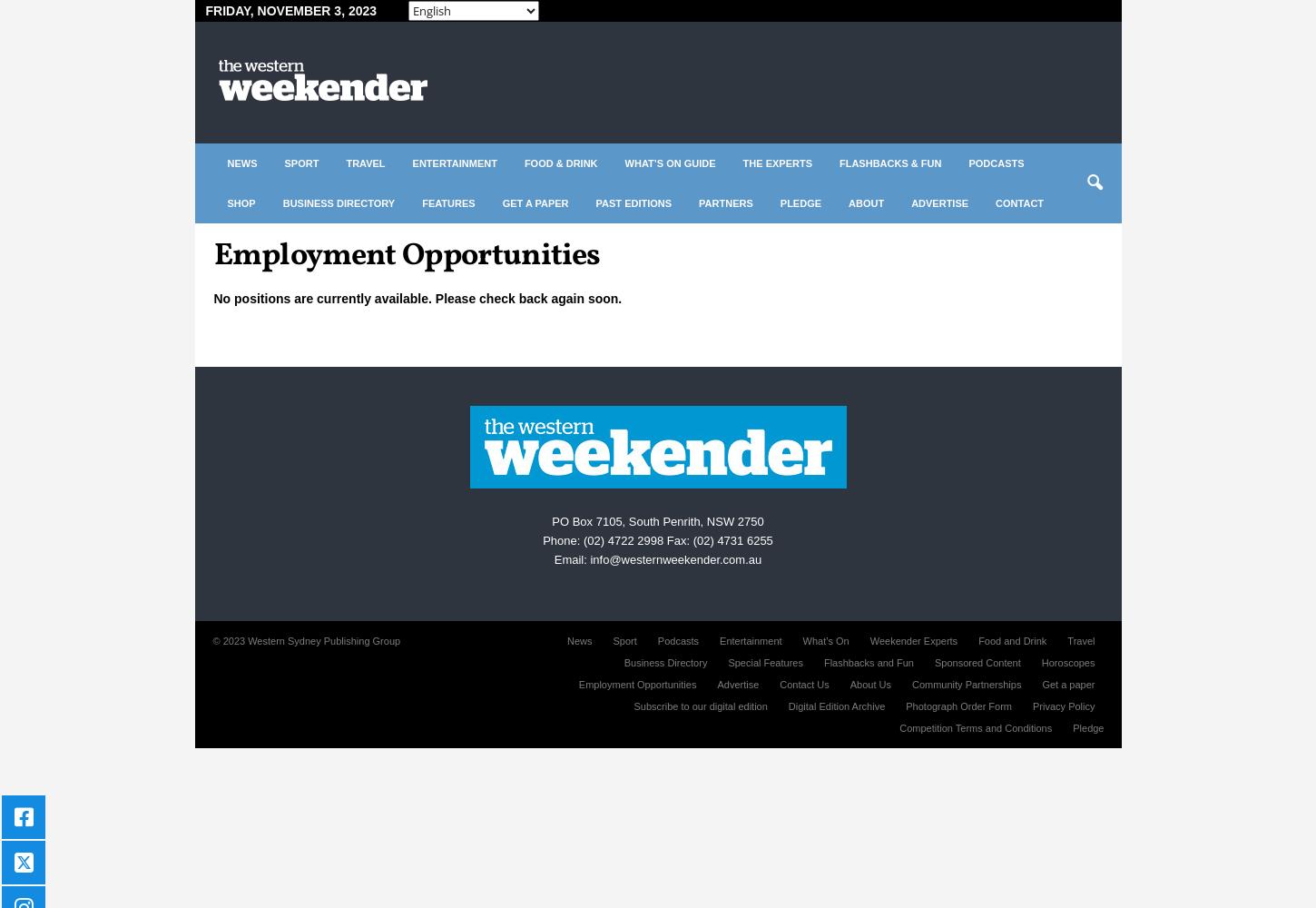  I want to click on 'Search', so click(656, 73).